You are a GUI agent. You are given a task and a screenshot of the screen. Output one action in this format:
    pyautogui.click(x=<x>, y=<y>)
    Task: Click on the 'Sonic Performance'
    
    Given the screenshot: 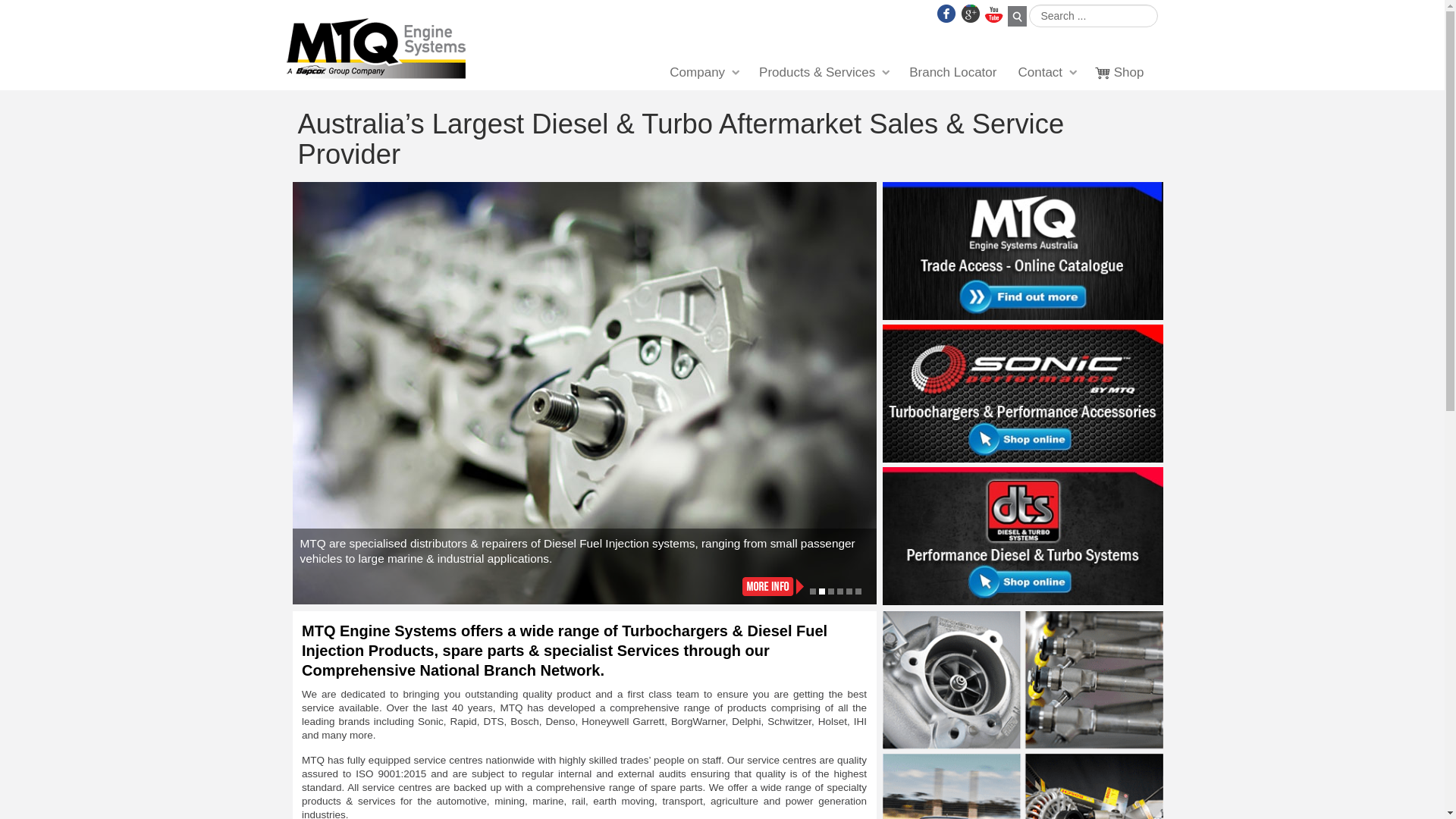 What is the action you would take?
    pyautogui.click(x=1022, y=394)
    